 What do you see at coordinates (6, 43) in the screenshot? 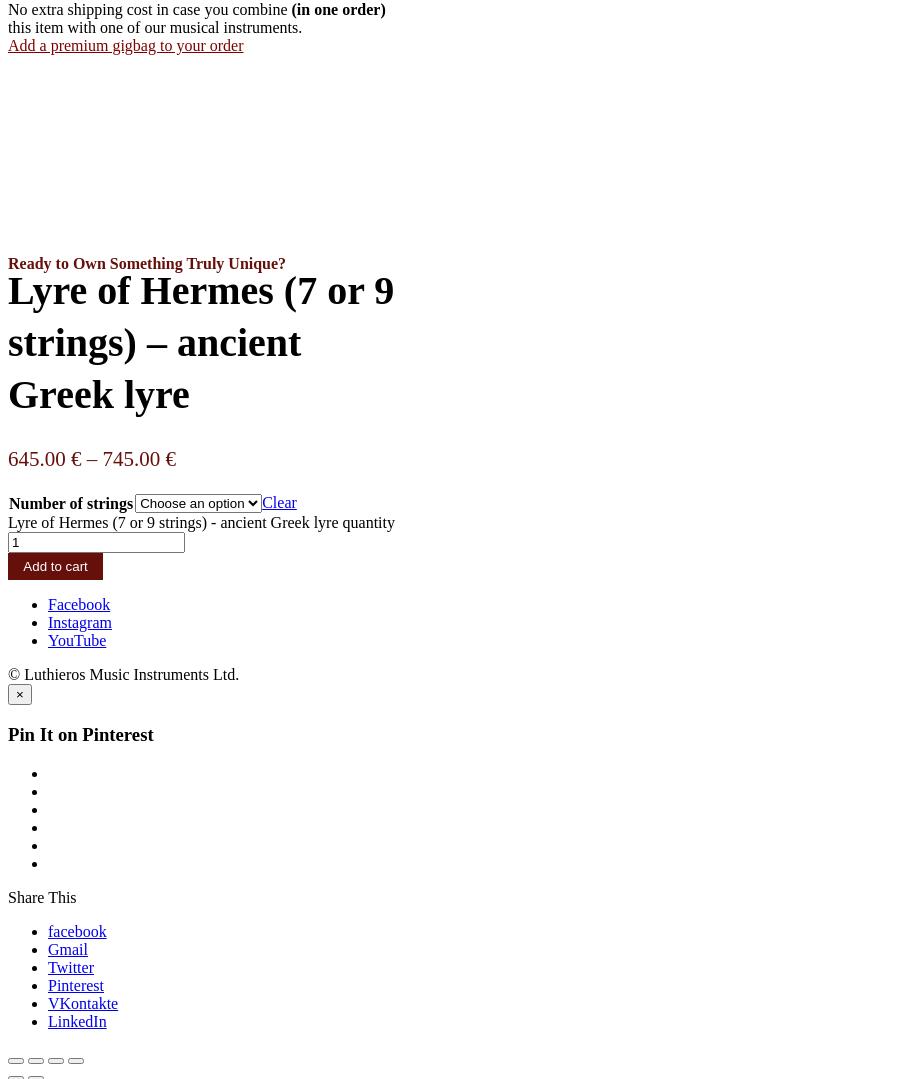
I see `'Add a premium gigbag to your order'` at bounding box center [6, 43].